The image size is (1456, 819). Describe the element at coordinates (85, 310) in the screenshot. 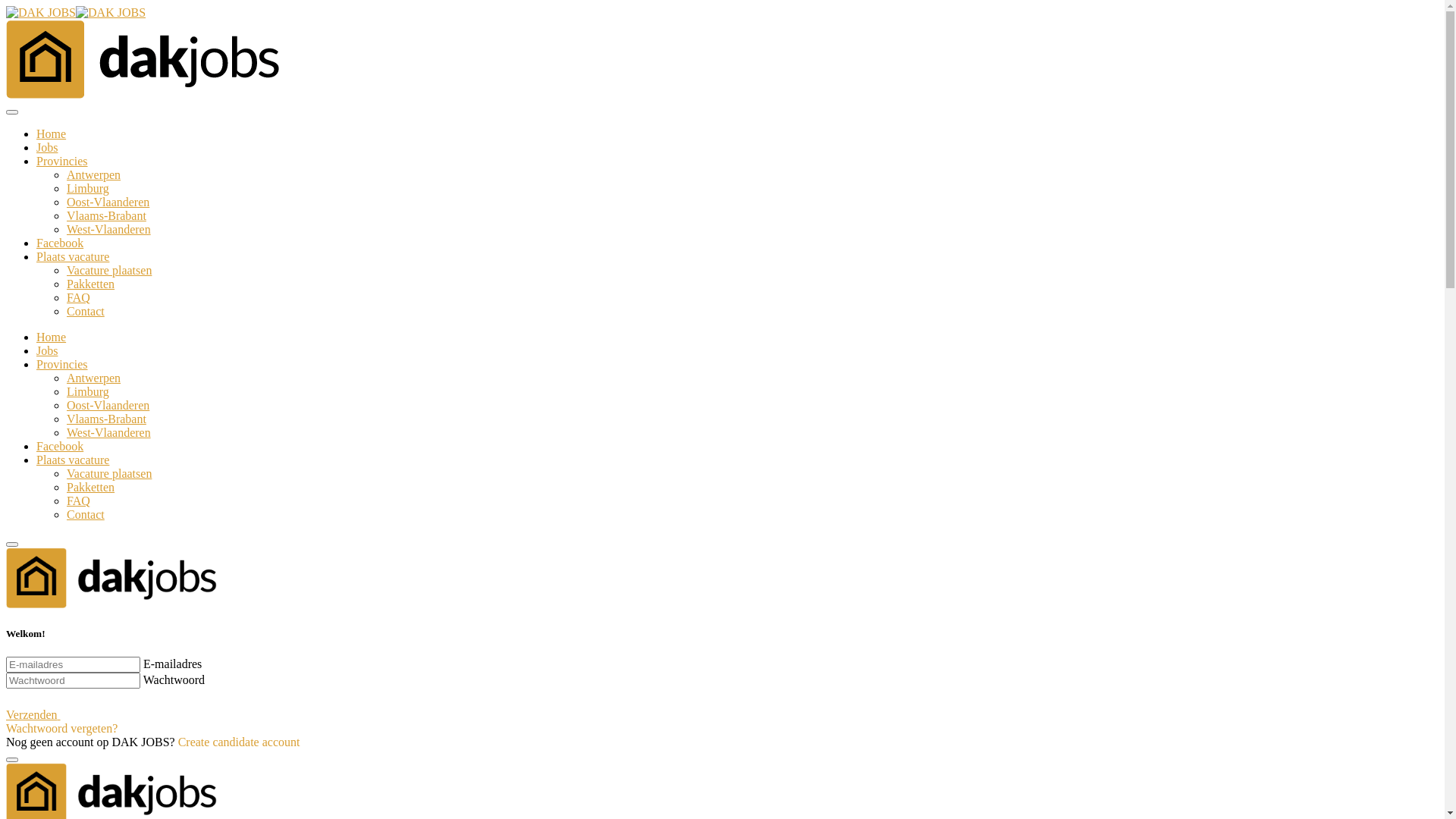

I see `'Contact'` at that location.